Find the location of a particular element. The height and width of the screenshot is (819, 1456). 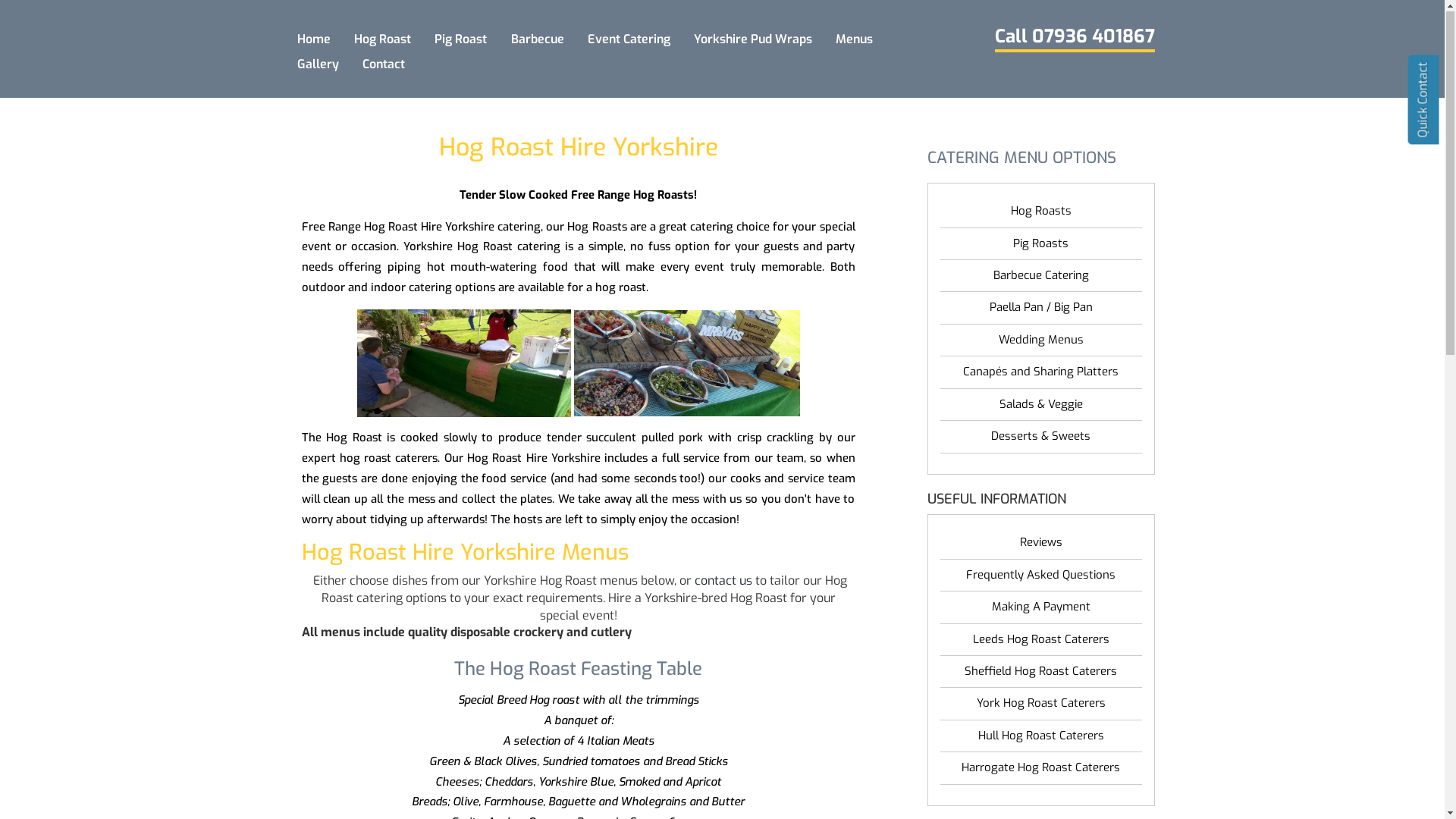

'contact us' is located at coordinates (723, 580).